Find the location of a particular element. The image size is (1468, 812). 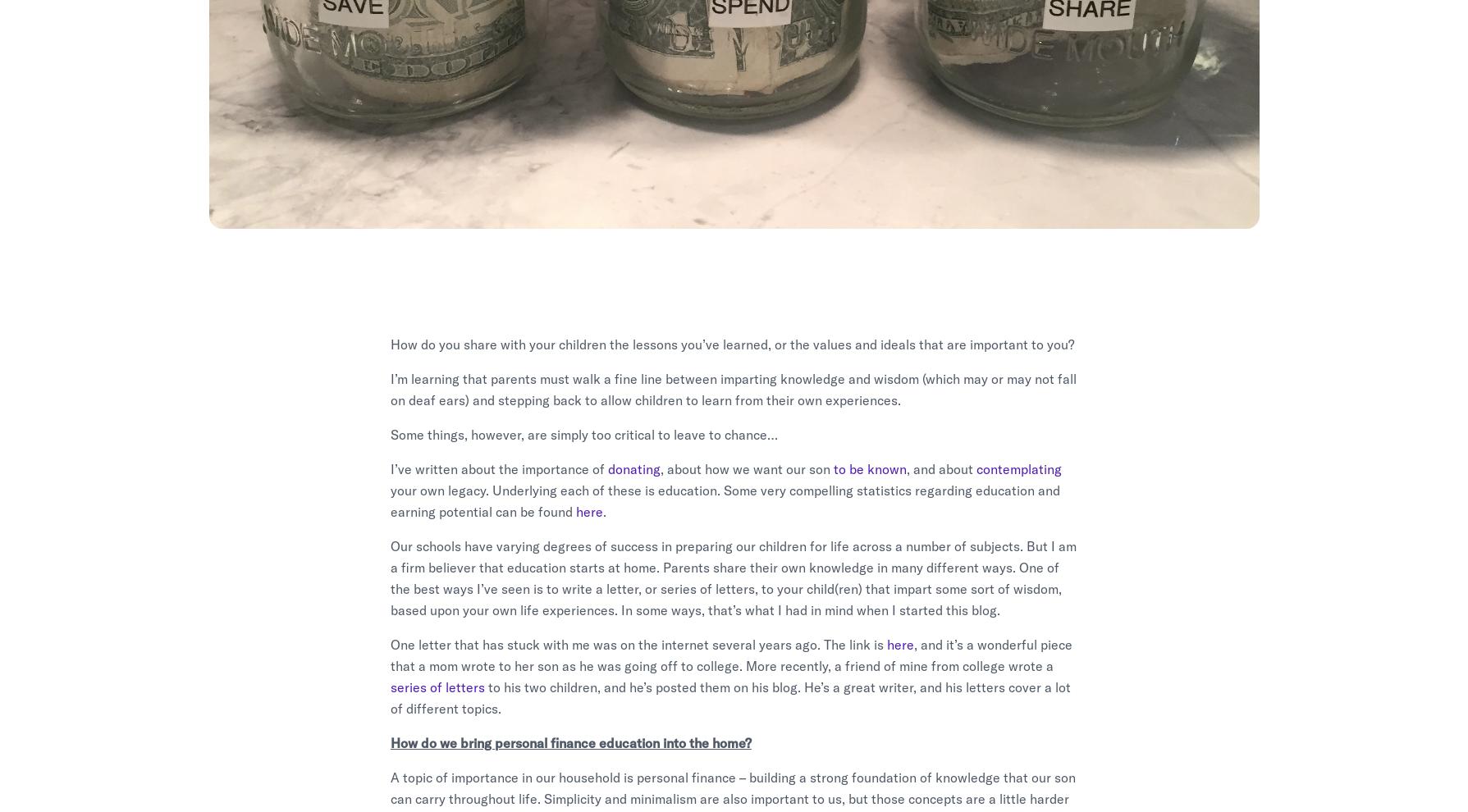

'Published March 11, 2018' is located at coordinates (388, 75).